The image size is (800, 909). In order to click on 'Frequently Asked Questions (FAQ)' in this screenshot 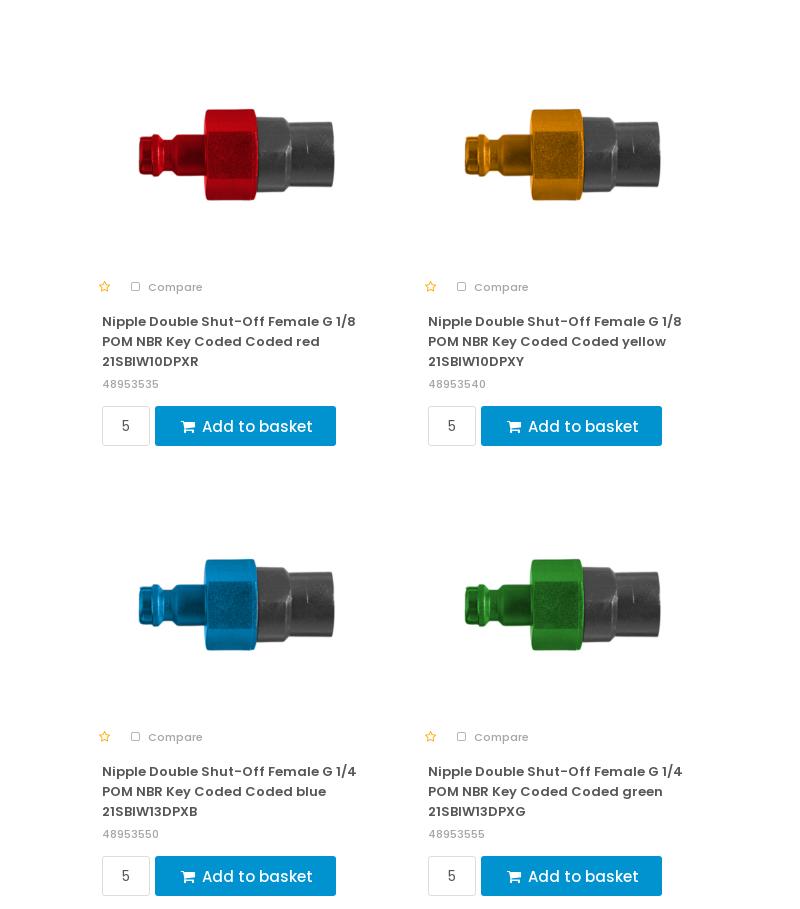, I will do `click(536, 621)`.